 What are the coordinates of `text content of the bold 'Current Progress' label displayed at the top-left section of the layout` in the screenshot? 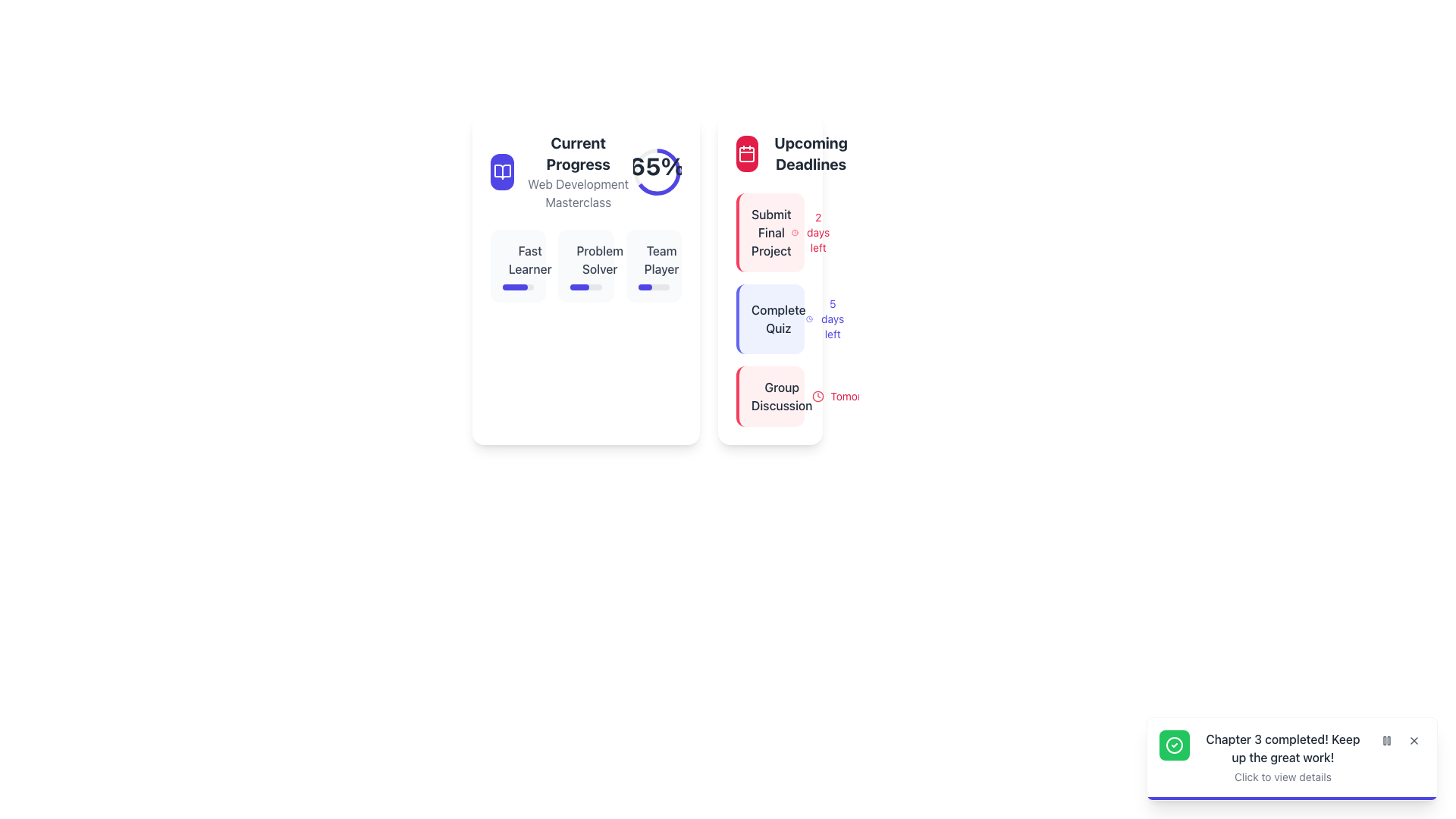 It's located at (577, 154).